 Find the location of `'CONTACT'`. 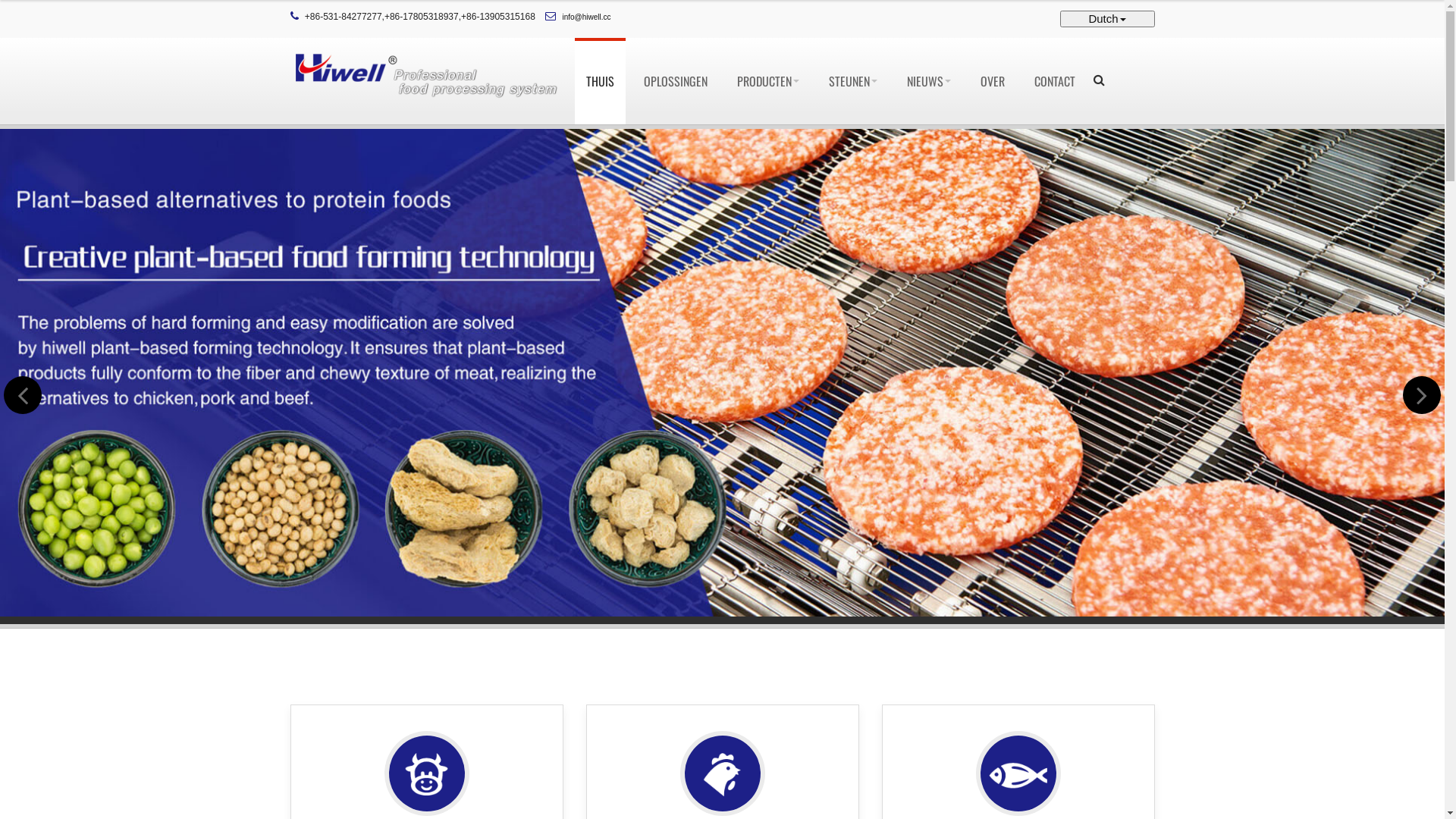

'CONTACT' is located at coordinates (1053, 81).